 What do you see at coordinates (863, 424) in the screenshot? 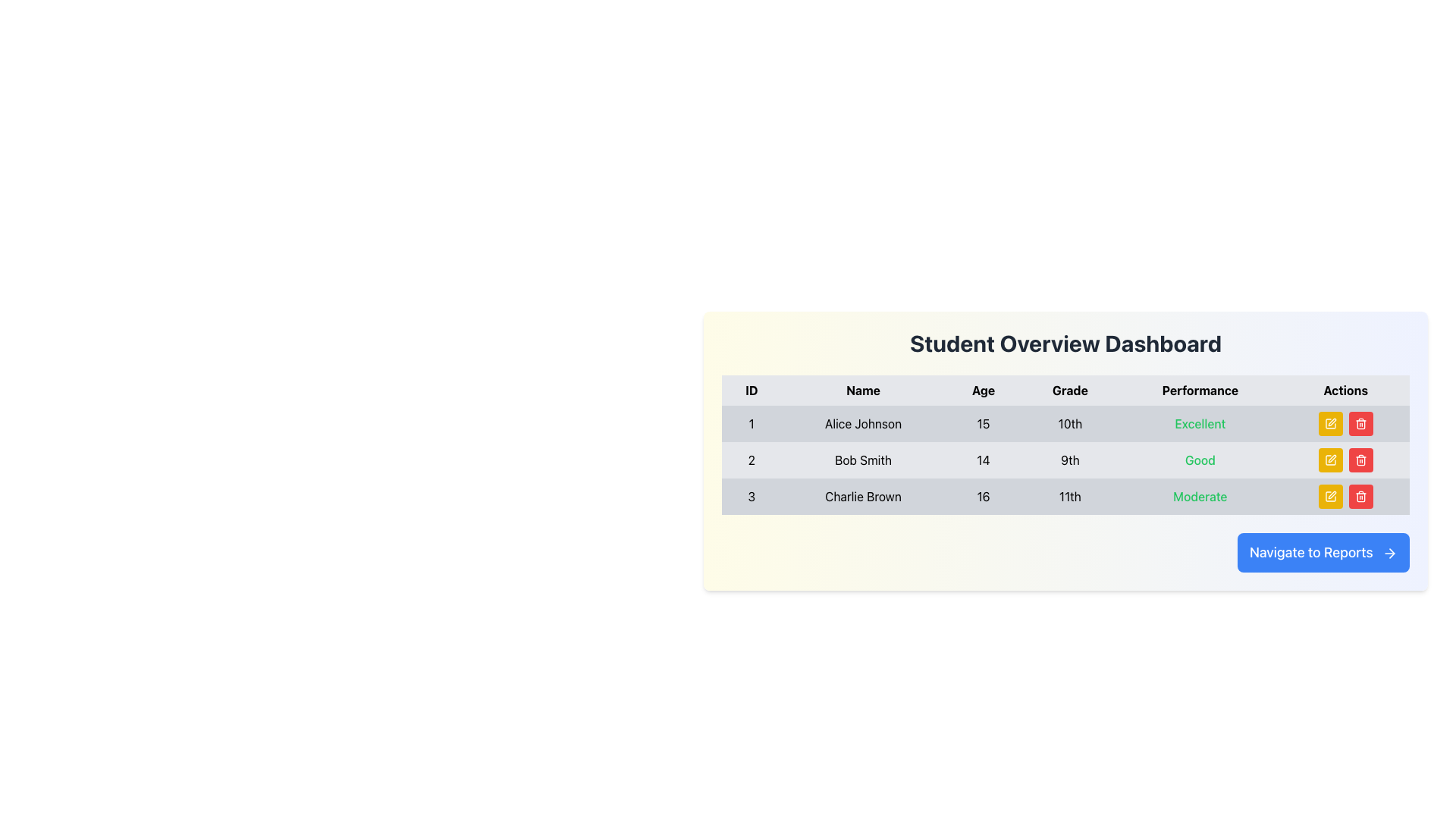
I see `the text label displaying 'Alice Johnson' in the student overview table, which is located in the first student entry row under the 'Name' column` at bounding box center [863, 424].